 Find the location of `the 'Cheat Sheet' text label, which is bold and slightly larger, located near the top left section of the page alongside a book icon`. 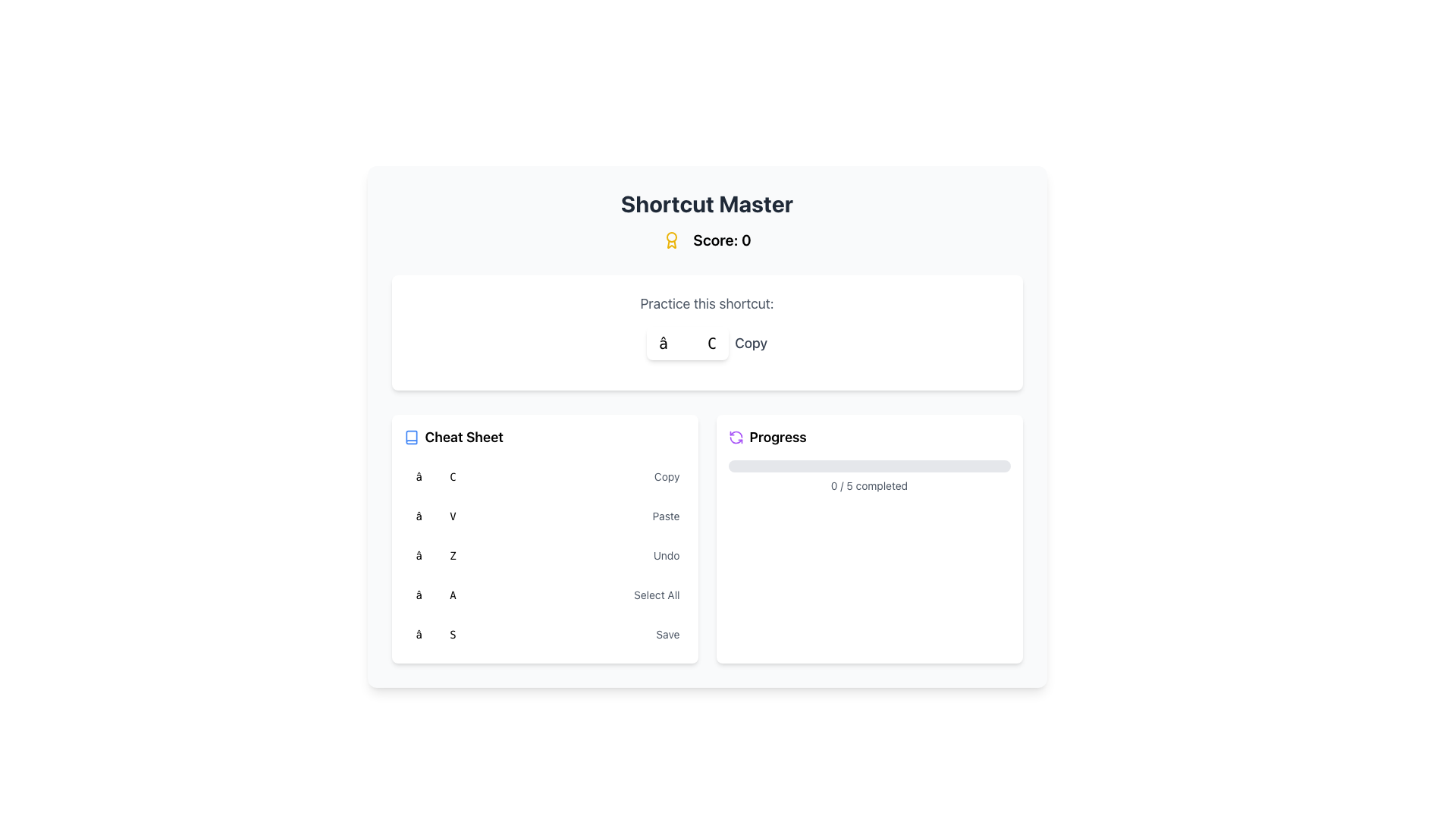

the 'Cheat Sheet' text label, which is bold and slightly larger, located near the top left section of the page alongside a book icon is located at coordinates (463, 438).